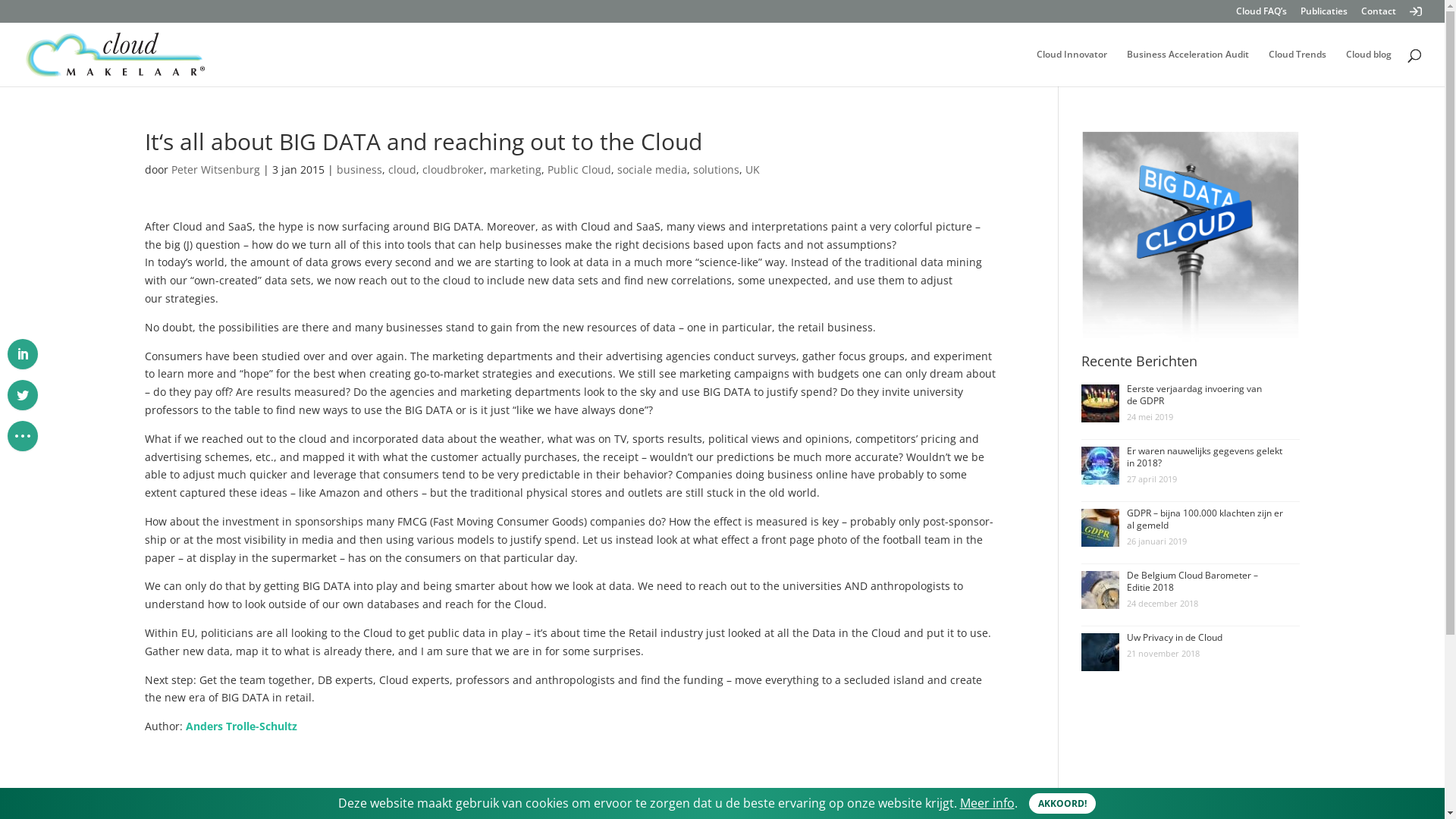 This screenshot has height=819, width=1456. What do you see at coordinates (1368, 67) in the screenshot?
I see `'Cloud blog'` at bounding box center [1368, 67].